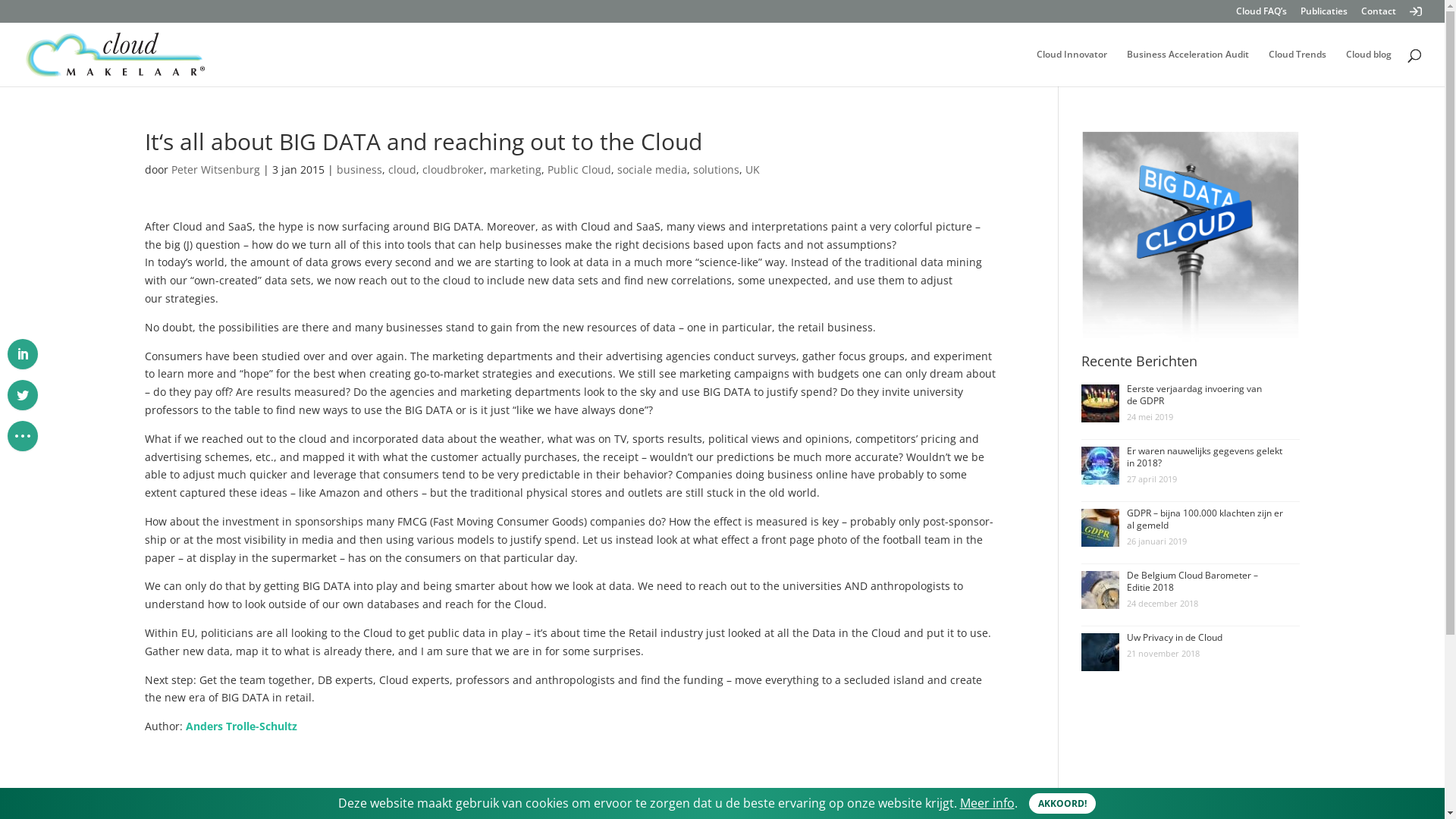 This screenshot has height=819, width=1456. What do you see at coordinates (1368, 67) in the screenshot?
I see `'Cloud blog'` at bounding box center [1368, 67].